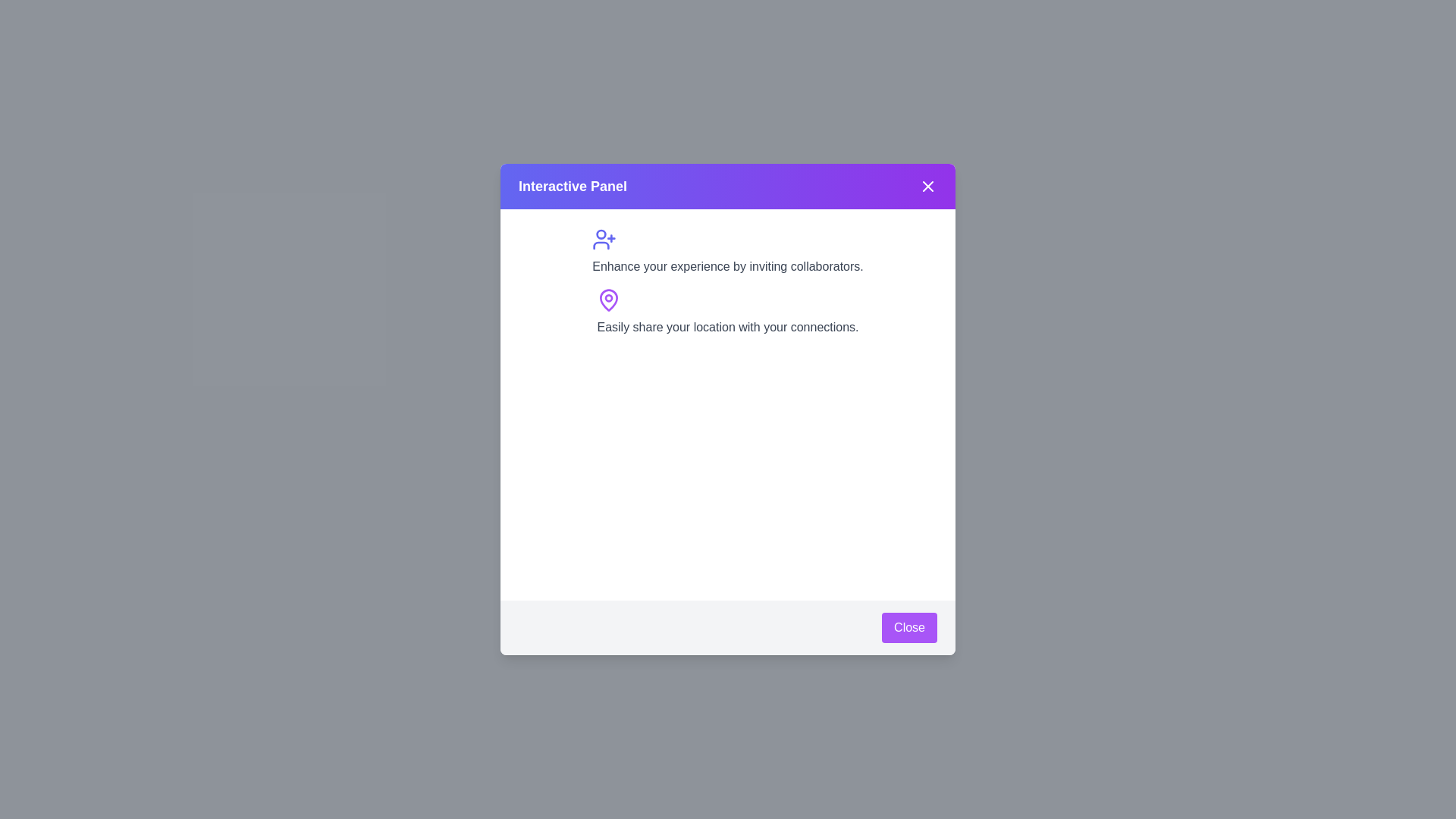 The width and height of the screenshot is (1456, 819). Describe the element at coordinates (601, 234) in the screenshot. I see `the 'user-plus' icon located in the top-left quadrant of the avatar's outline within the modal dialog titled 'Interactive Panel'` at that location.